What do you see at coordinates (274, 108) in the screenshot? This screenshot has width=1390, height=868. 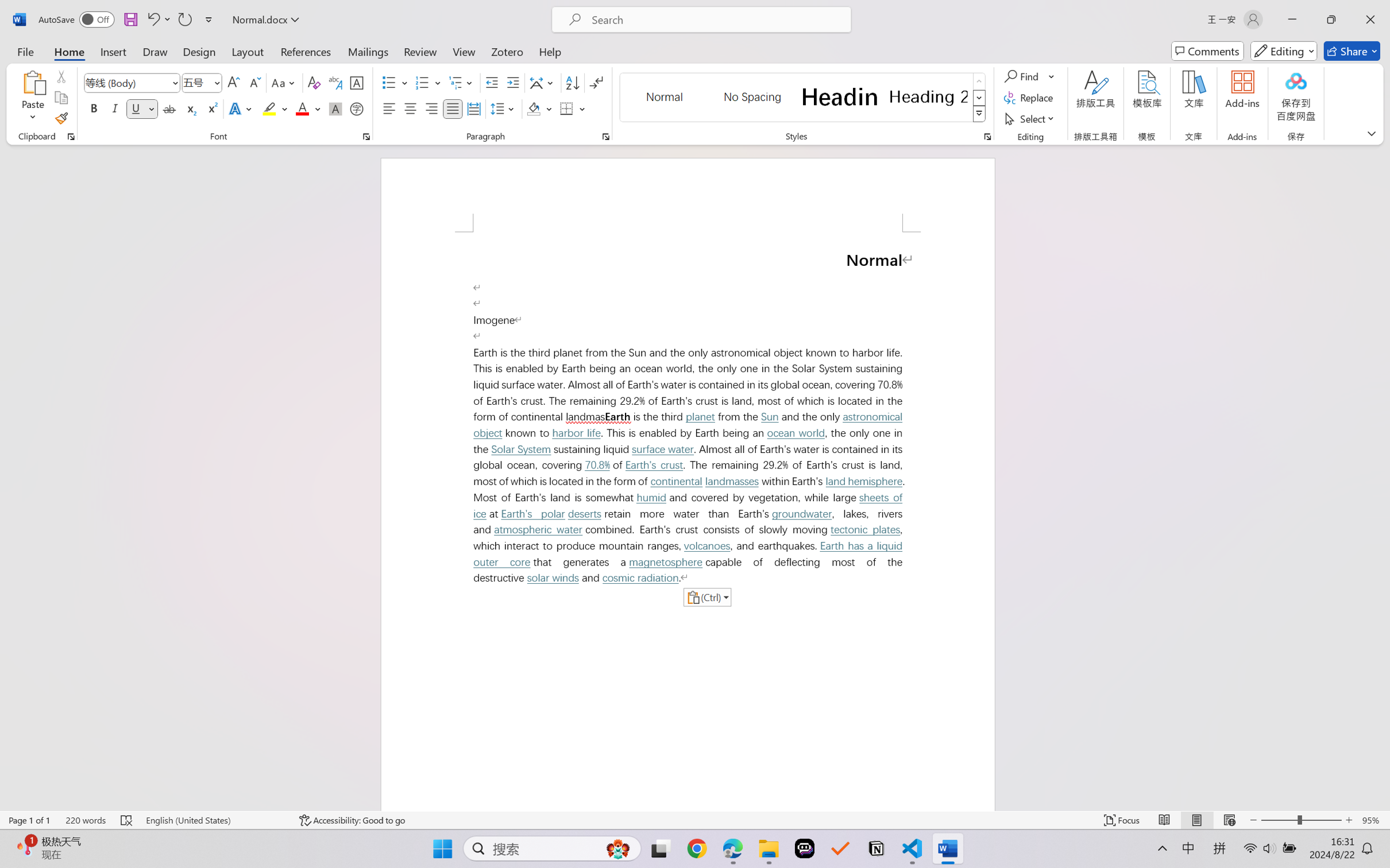 I see `'Text Highlight Color'` at bounding box center [274, 108].